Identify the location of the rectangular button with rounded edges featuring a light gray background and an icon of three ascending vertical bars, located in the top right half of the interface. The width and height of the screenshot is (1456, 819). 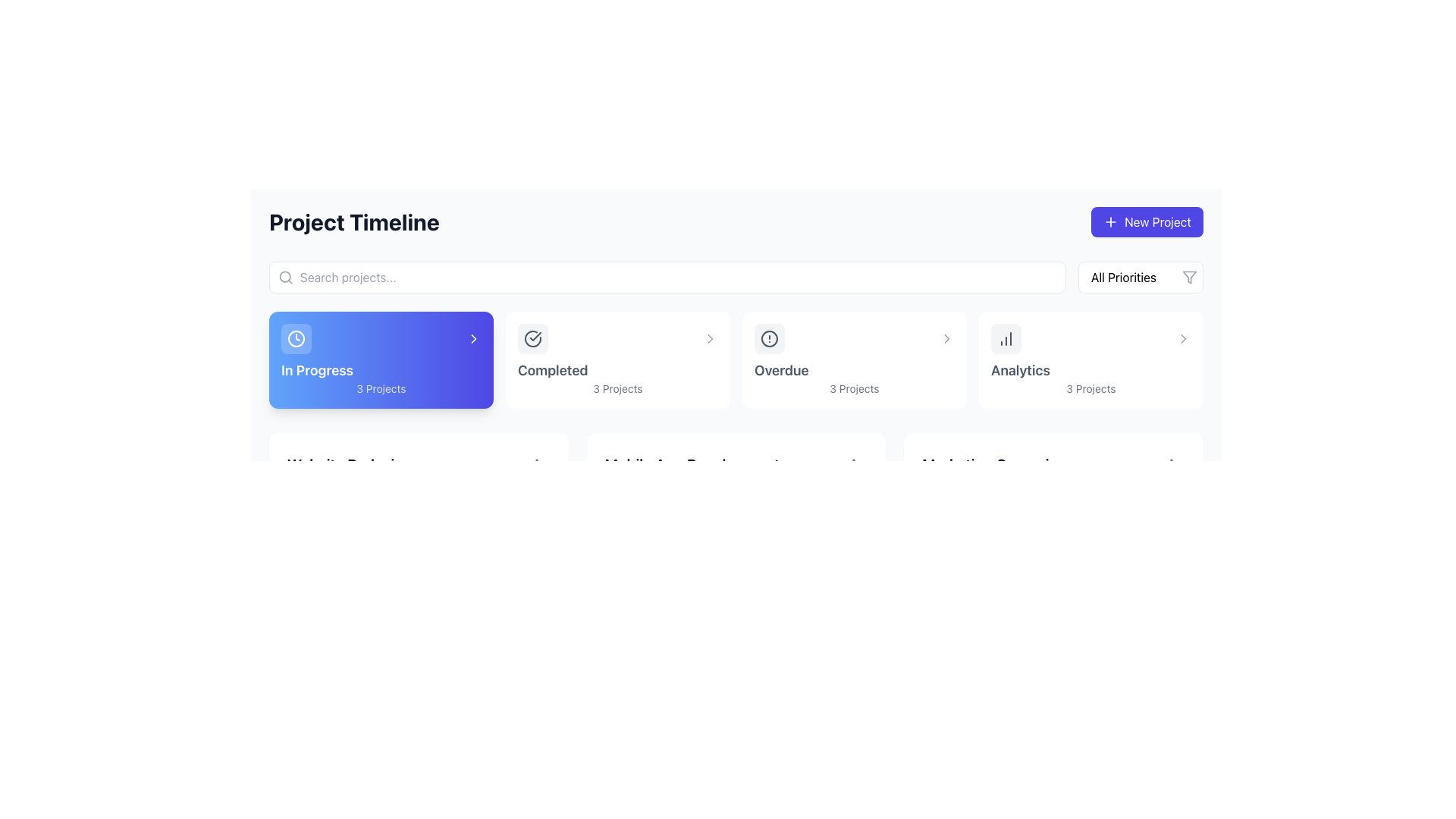
(1006, 338).